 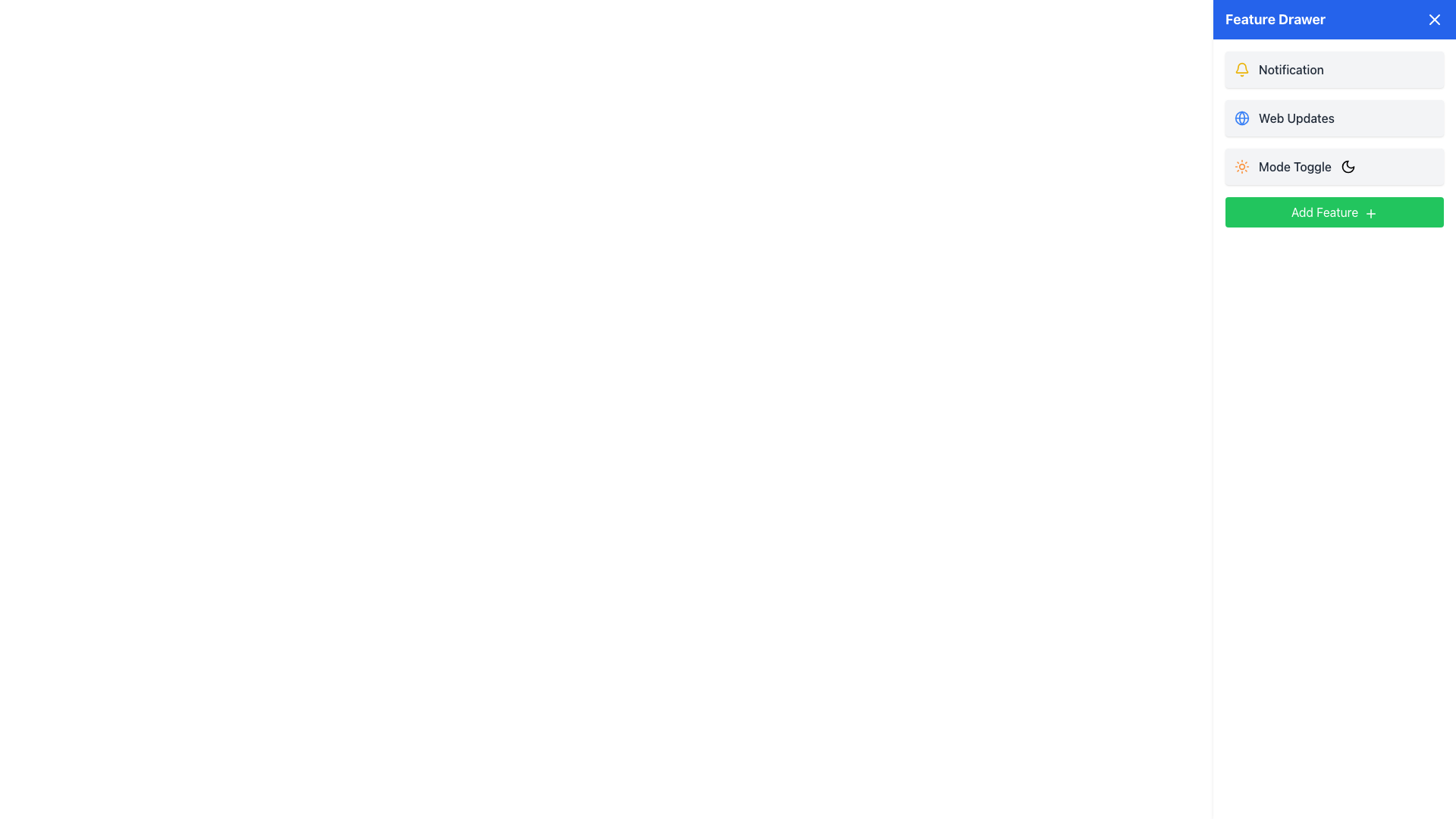 What do you see at coordinates (1335, 117) in the screenshot?
I see `the 'Web Updates' interactive panel item, which is the second item in the vertically stacked list within the side panel` at bounding box center [1335, 117].